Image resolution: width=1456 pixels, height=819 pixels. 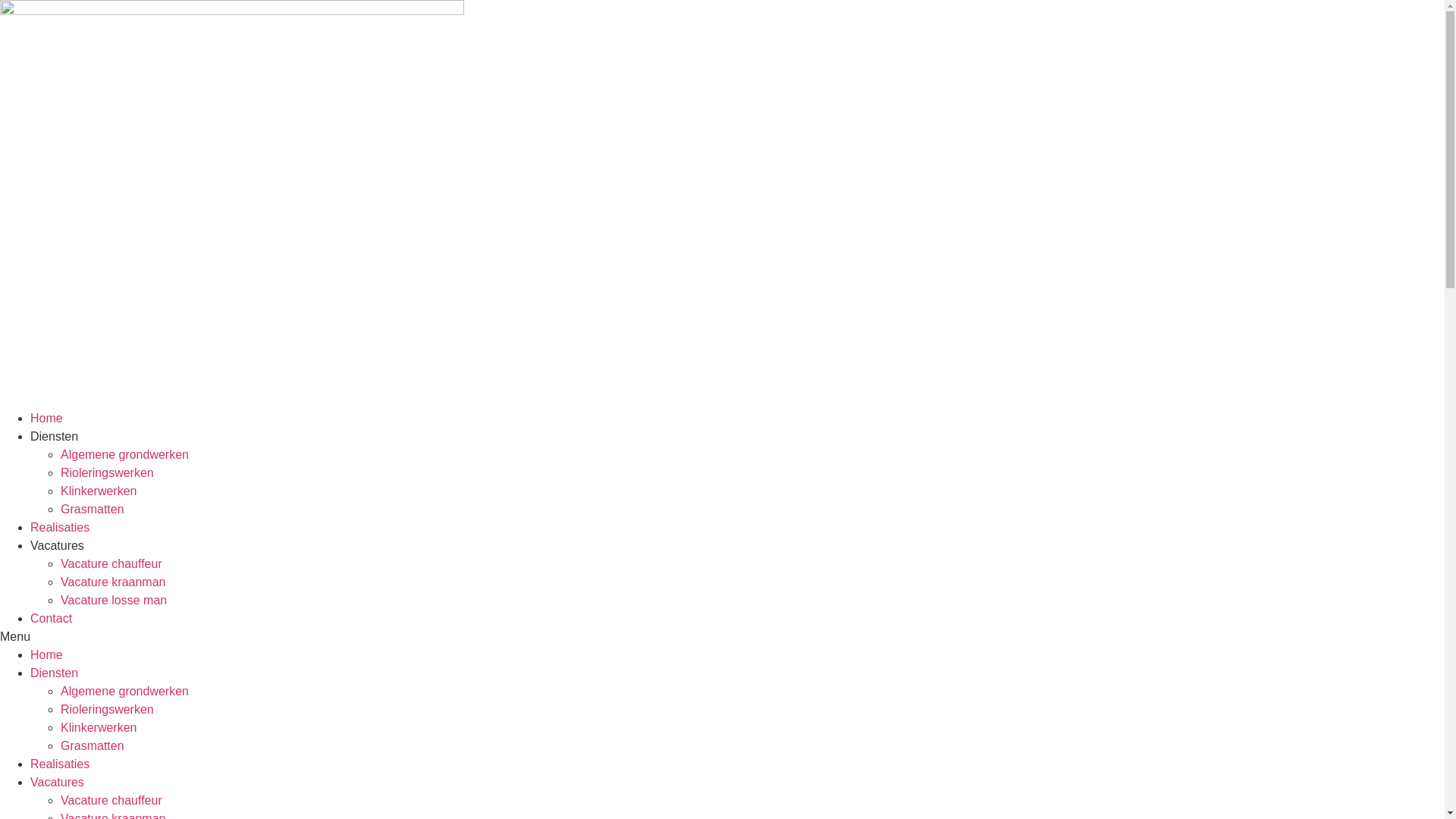 I want to click on 'Vacature chauffeur', so click(x=111, y=563).